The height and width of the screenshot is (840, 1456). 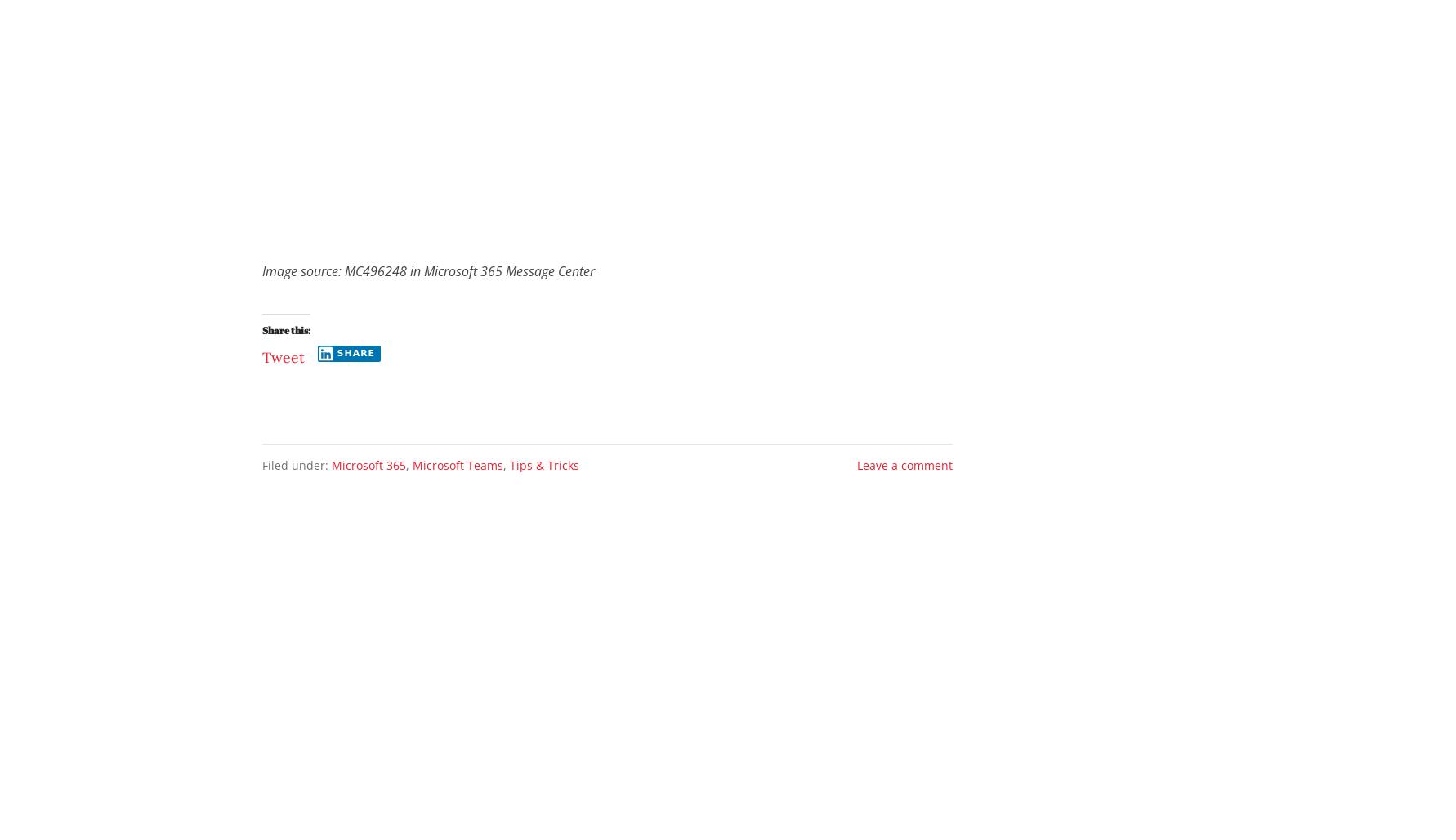 I want to click on 'Microsoft 365', so click(x=368, y=465).